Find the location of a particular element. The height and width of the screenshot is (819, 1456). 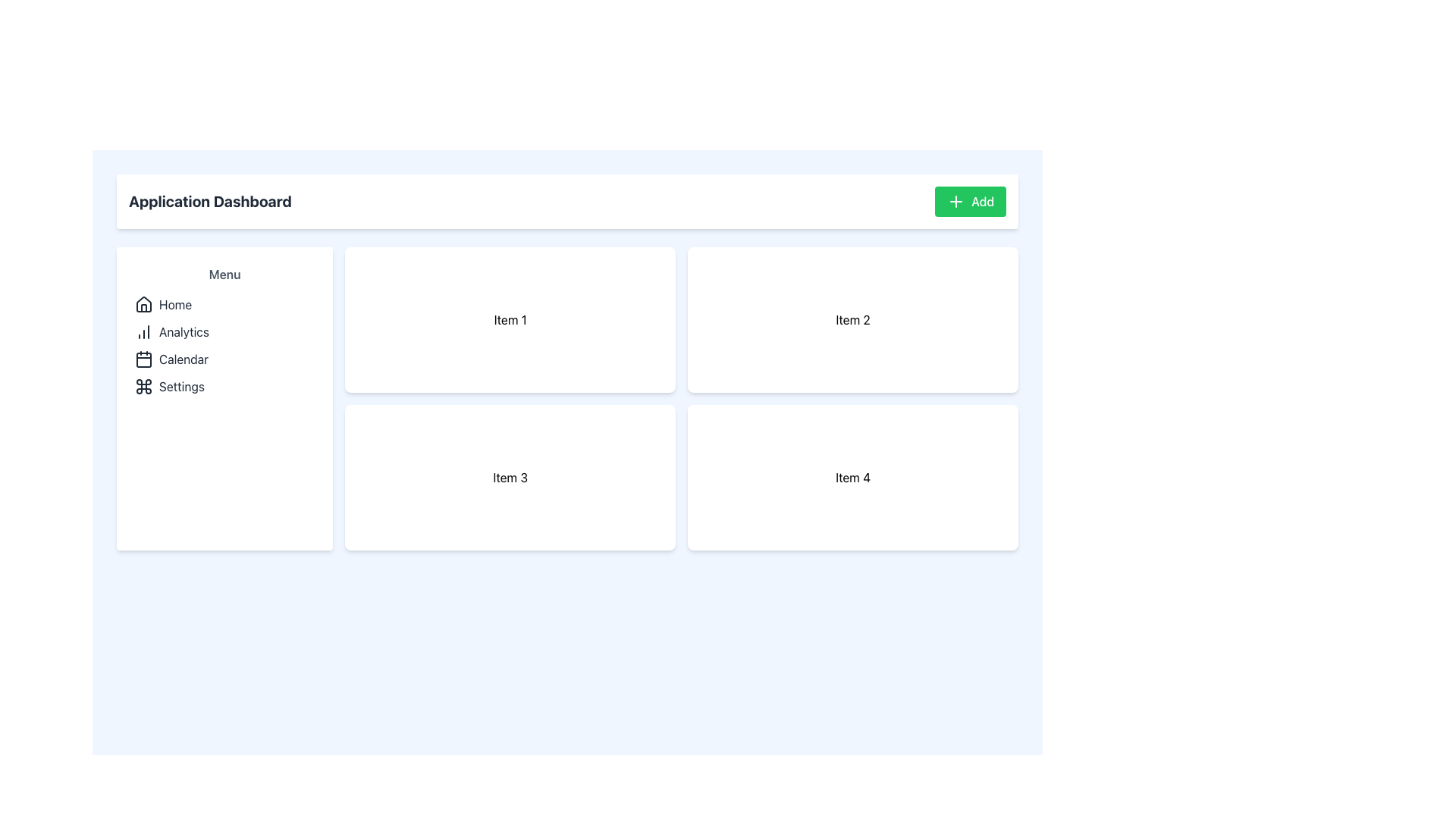

the minimalistic home icon located in the left navigation menu beside the 'Home' label is located at coordinates (144, 304).